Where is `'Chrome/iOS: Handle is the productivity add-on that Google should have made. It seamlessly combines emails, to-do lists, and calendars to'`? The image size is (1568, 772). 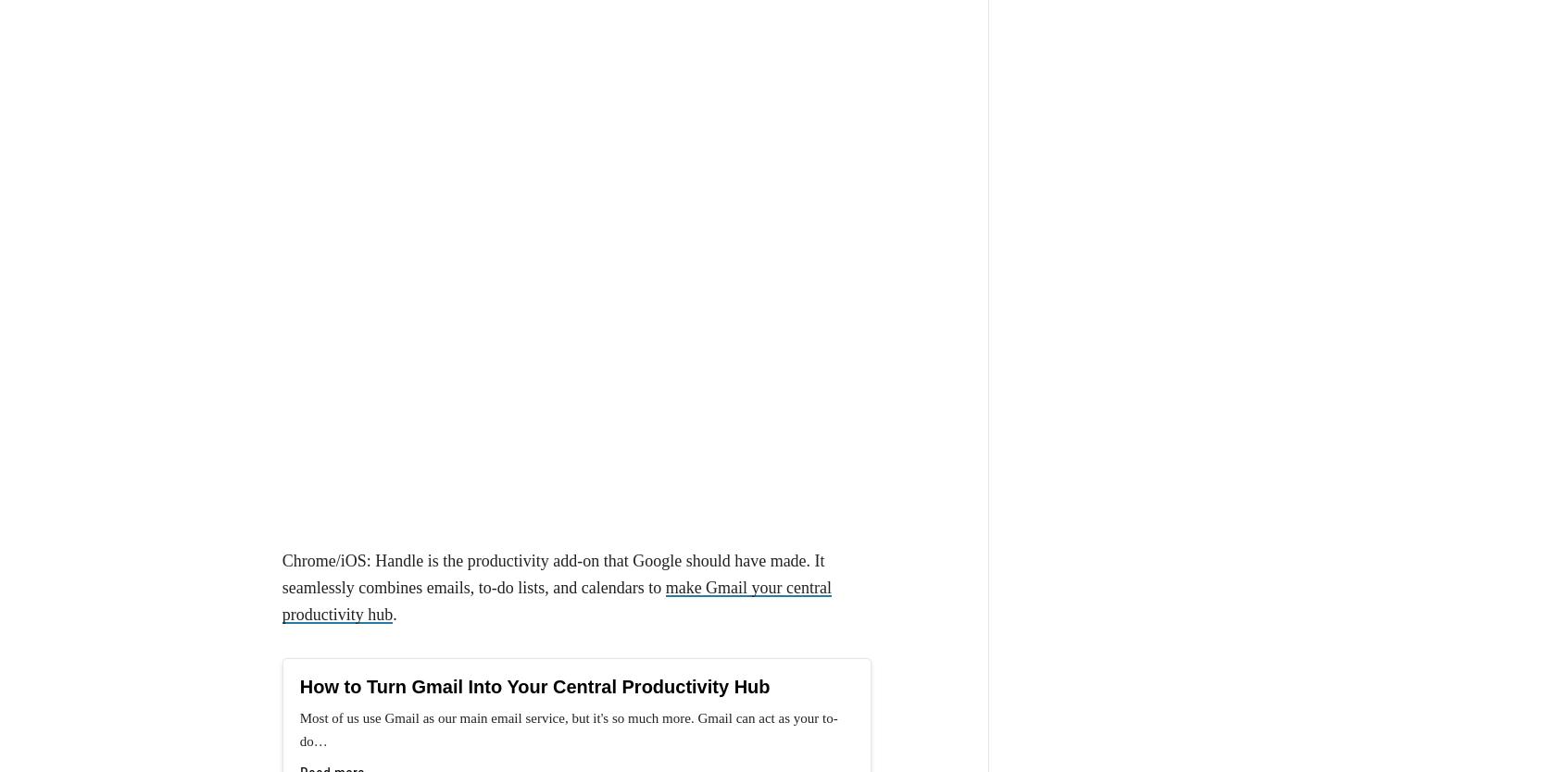 'Chrome/iOS: Handle is the productivity add-on that Google should have made. It seamlessly combines emails, to-do lists, and calendars to' is located at coordinates (552, 230).